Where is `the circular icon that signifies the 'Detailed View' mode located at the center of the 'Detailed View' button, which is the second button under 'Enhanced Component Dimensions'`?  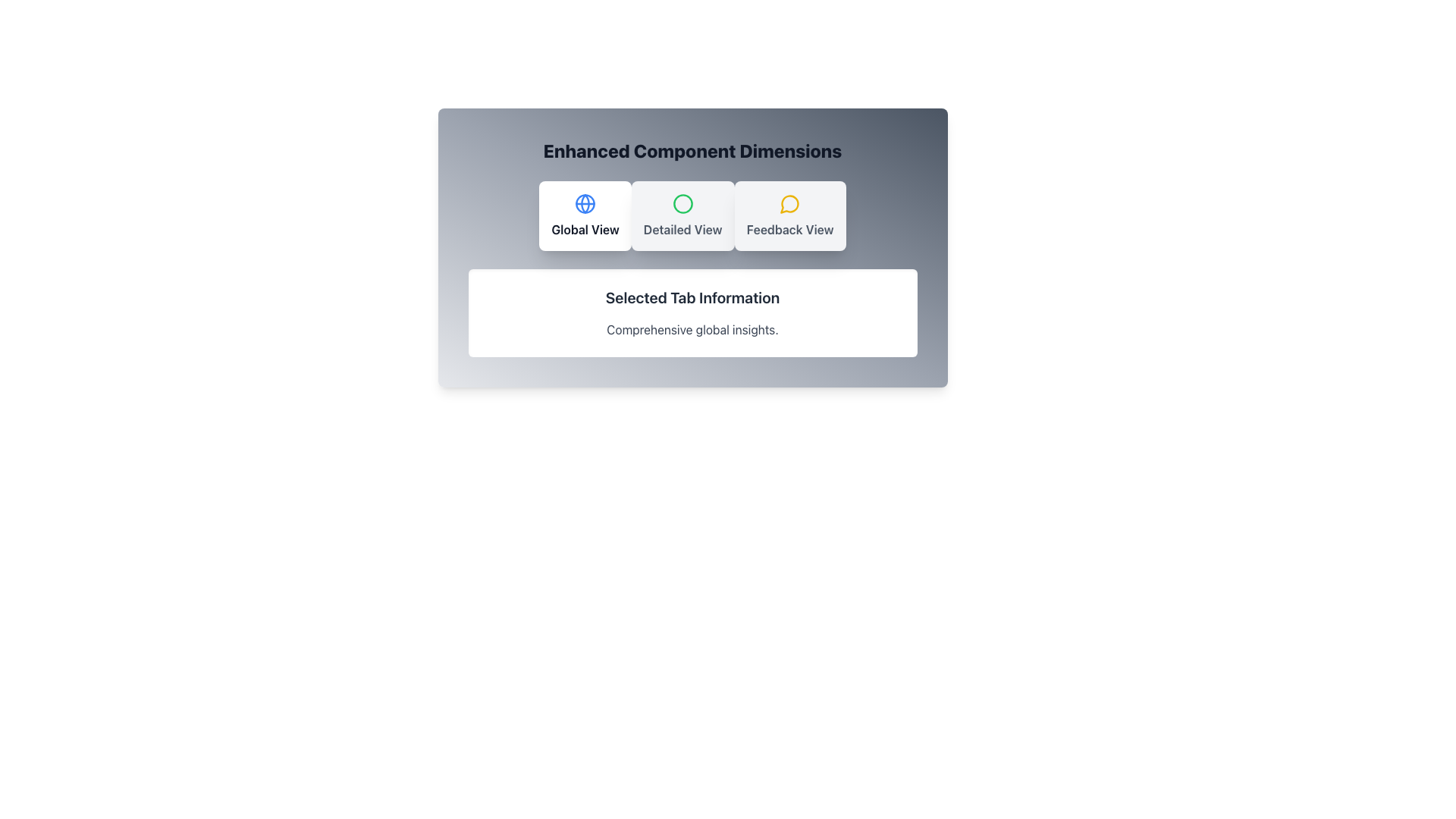 the circular icon that signifies the 'Detailed View' mode located at the center of the 'Detailed View' button, which is the second button under 'Enhanced Component Dimensions' is located at coordinates (682, 203).